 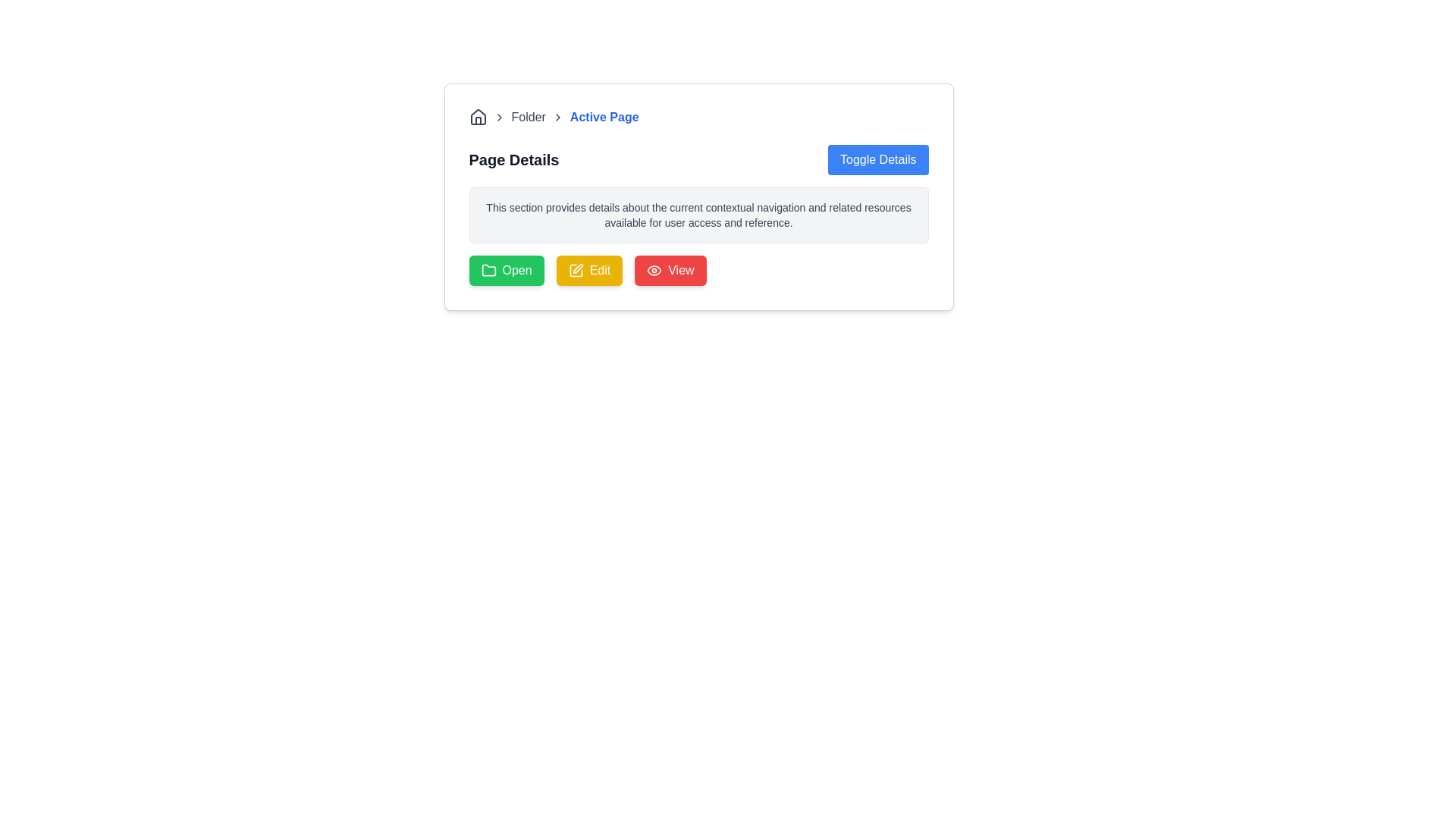 I want to click on the Text block with a light gray background and rounded corners, located below the 'Page Details' heading and above the button row, so click(x=698, y=215).